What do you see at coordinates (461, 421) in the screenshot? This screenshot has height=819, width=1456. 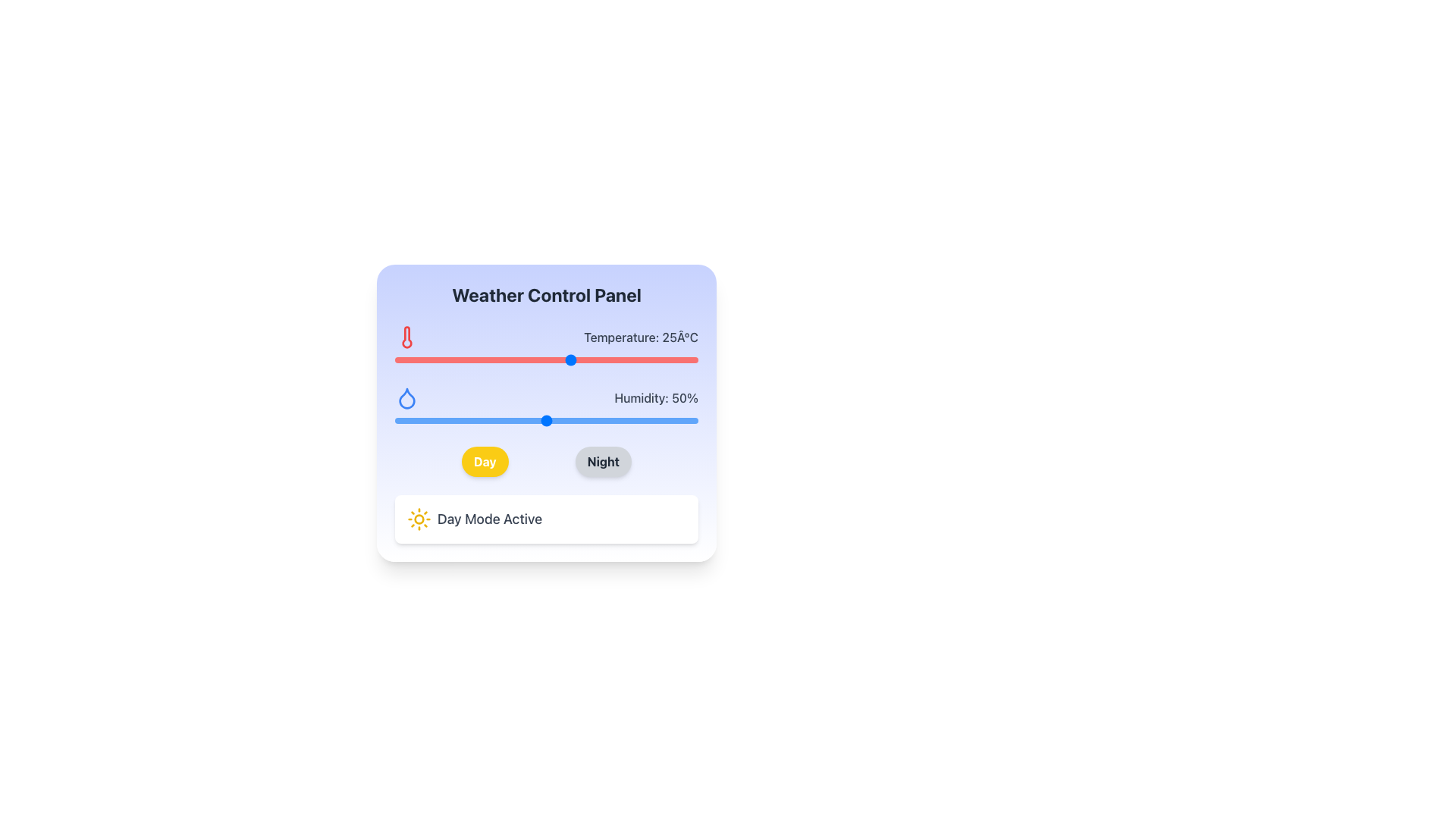 I see `humidity` at bounding box center [461, 421].